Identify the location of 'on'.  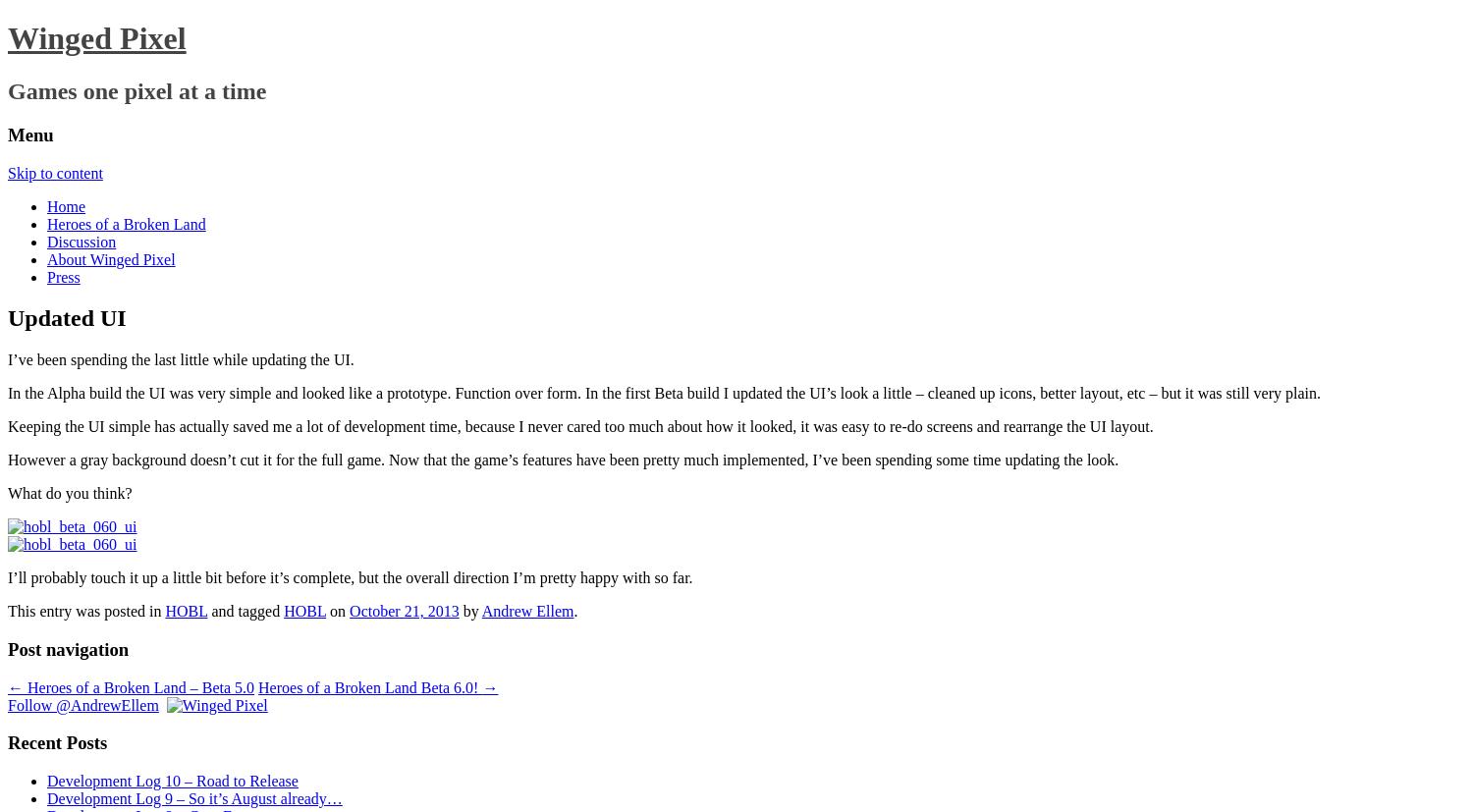
(336, 610).